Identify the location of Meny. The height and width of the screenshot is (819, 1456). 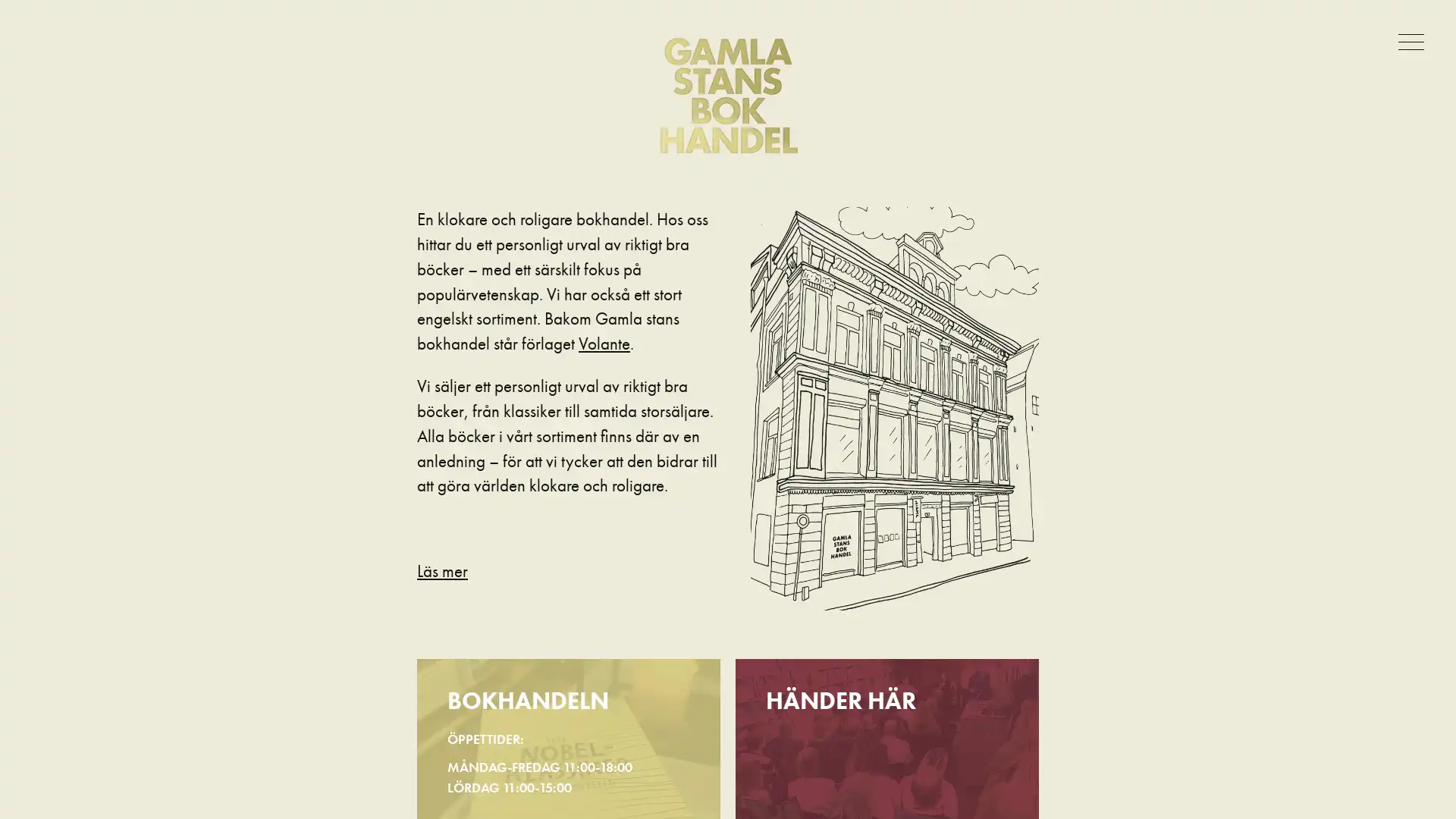
(1414, 40).